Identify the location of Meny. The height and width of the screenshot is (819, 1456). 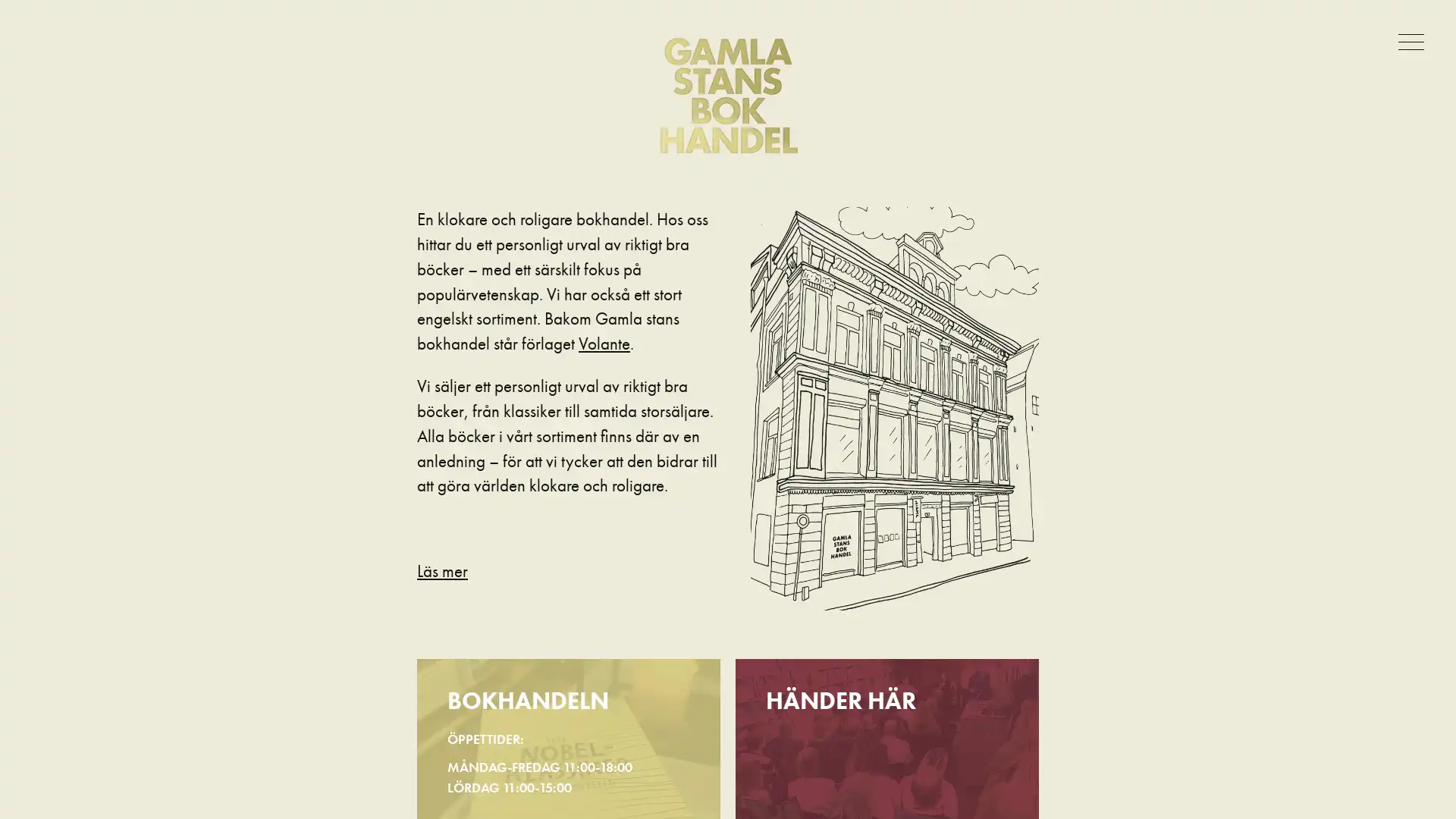
(1414, 40).